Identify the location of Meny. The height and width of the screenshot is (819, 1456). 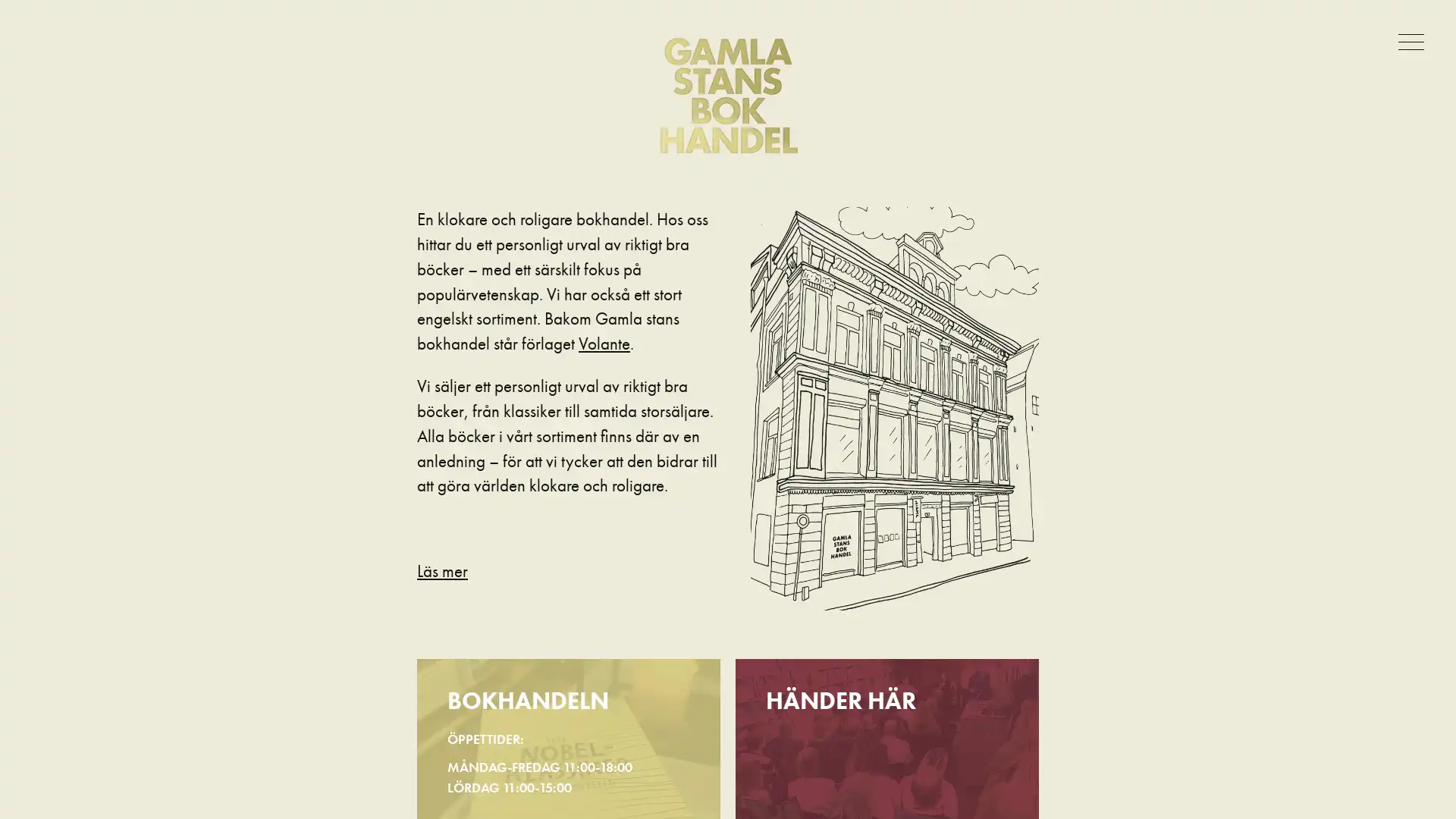
(1414, 40).